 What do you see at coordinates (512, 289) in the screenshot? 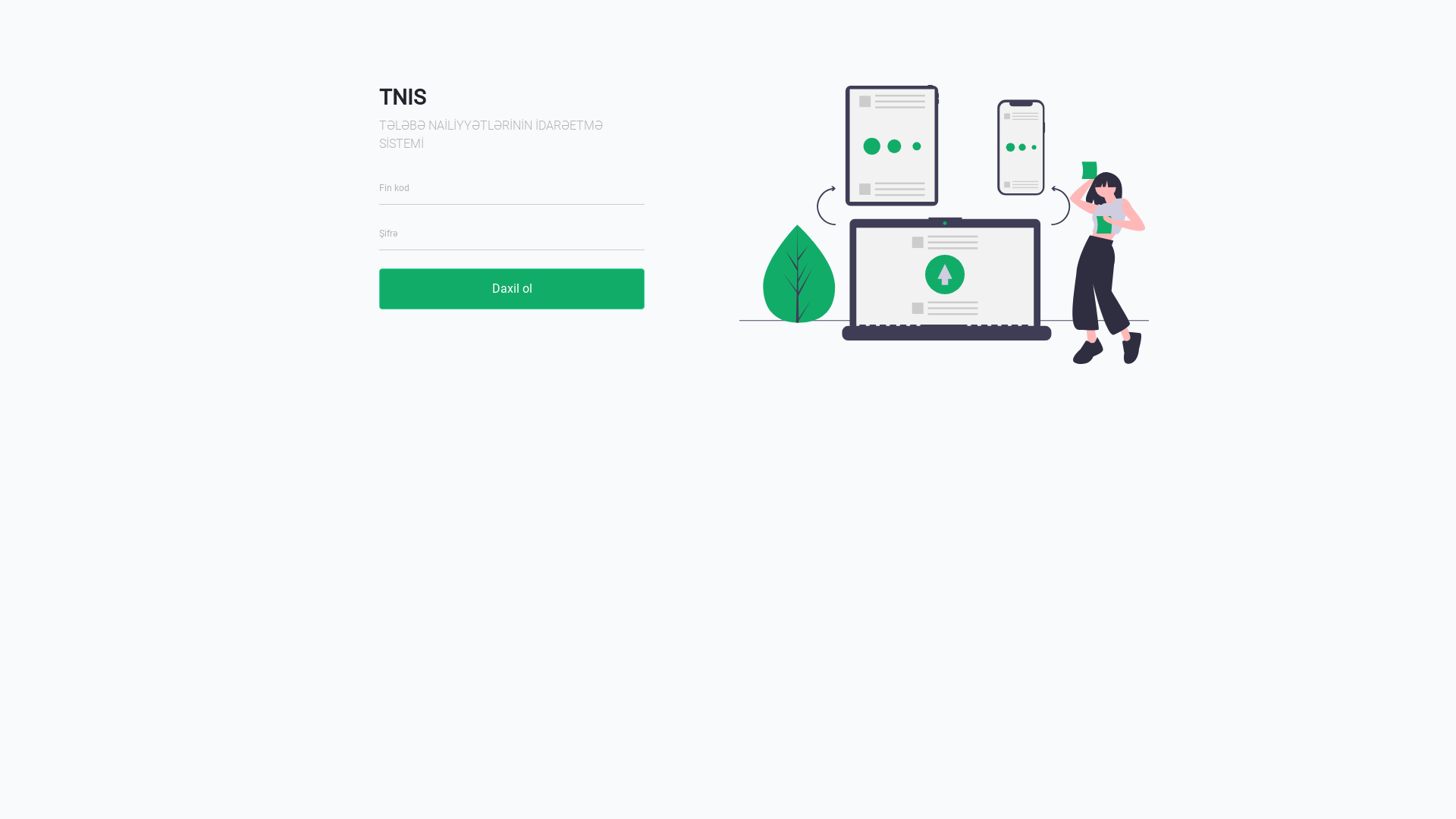
I see `'Daxil ol'` at bounding box center [512, 289].